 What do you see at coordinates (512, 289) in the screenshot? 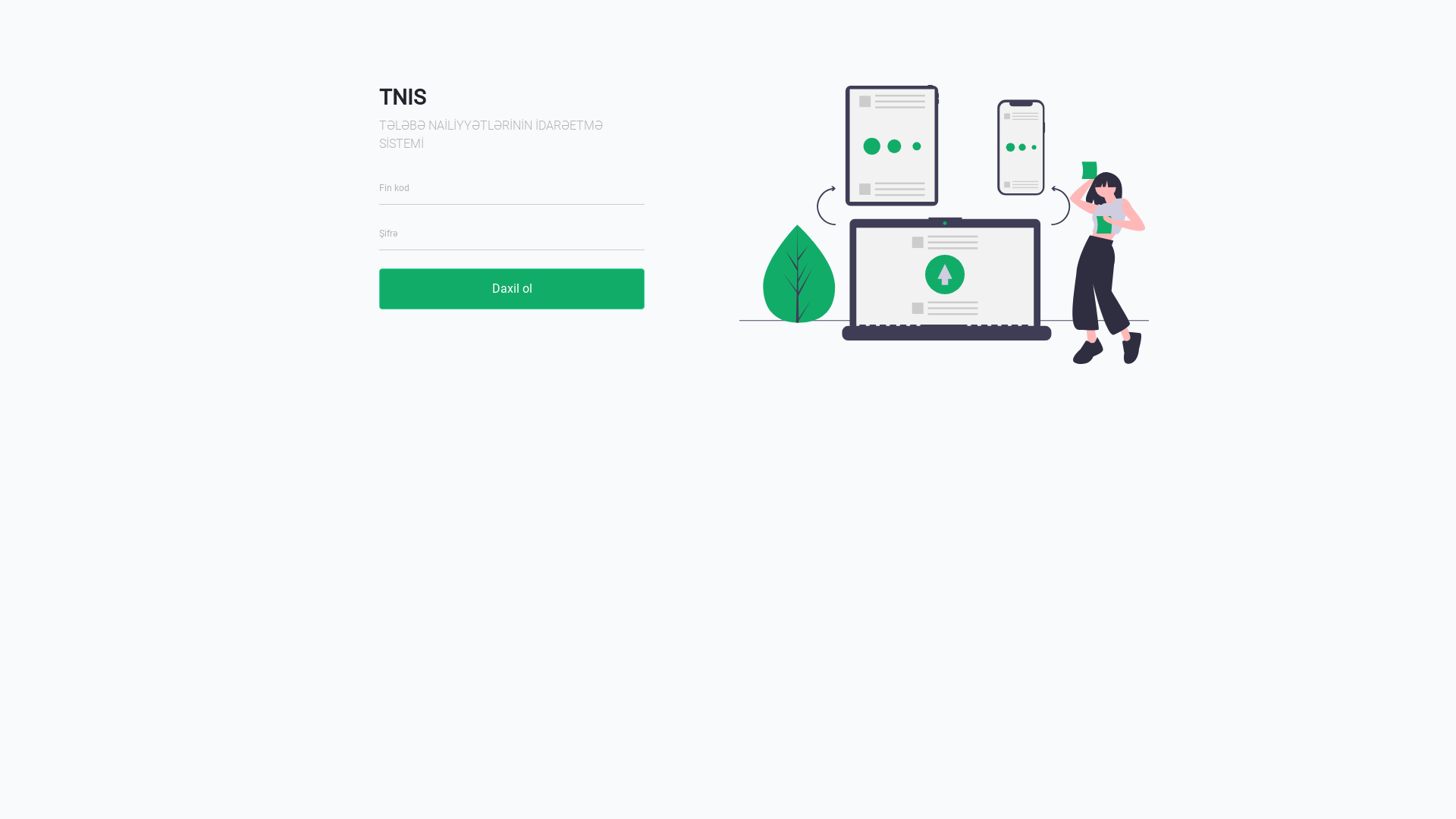
I see `'Daxil ol'` at bounding box center [512, 289].